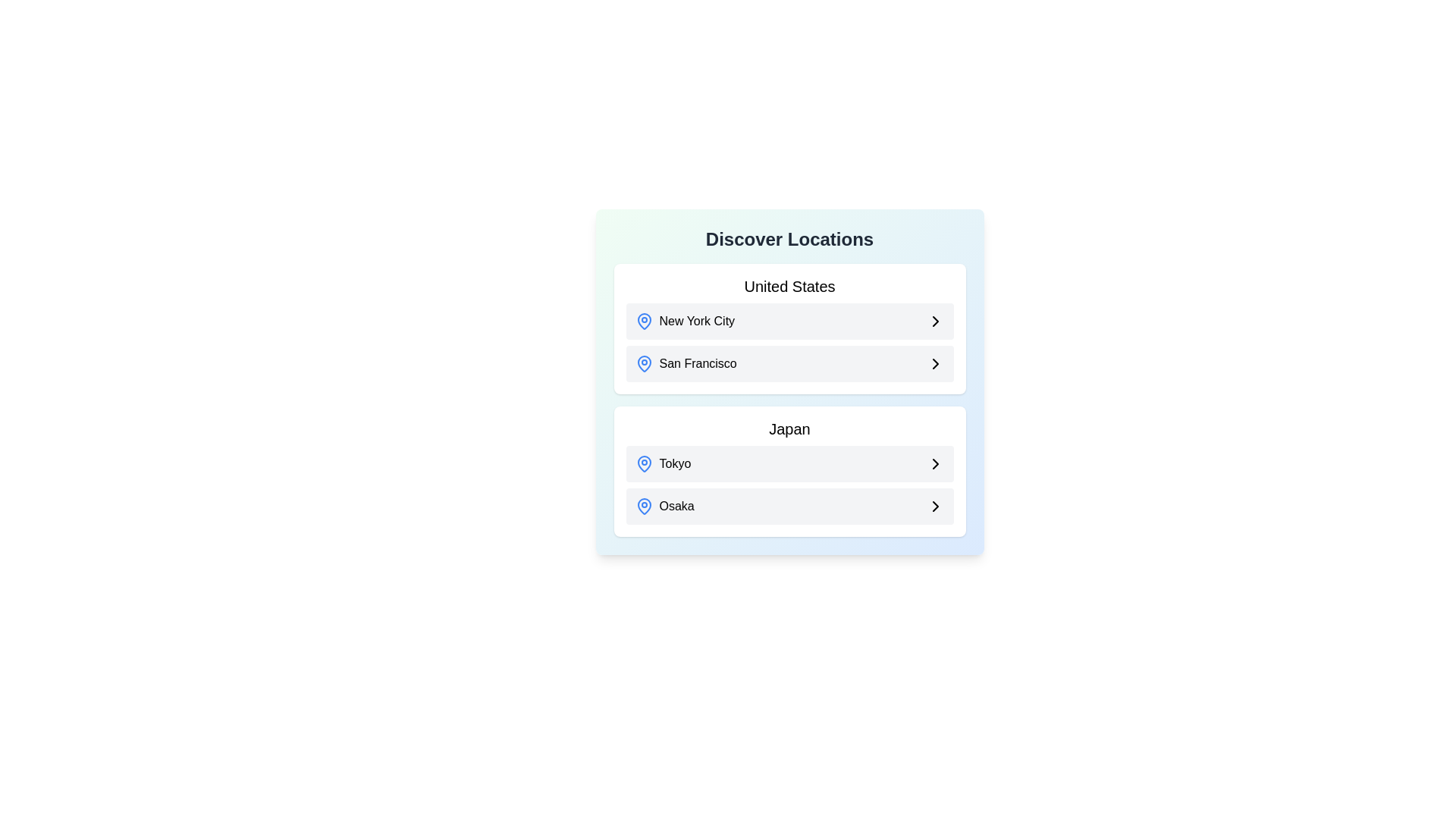 This screenshot has width=1456, height=819. I want to click on the text label that categorizes content related to Japan, positioned centrally above the Tokyo and Osaka elements, so click(789, 429).